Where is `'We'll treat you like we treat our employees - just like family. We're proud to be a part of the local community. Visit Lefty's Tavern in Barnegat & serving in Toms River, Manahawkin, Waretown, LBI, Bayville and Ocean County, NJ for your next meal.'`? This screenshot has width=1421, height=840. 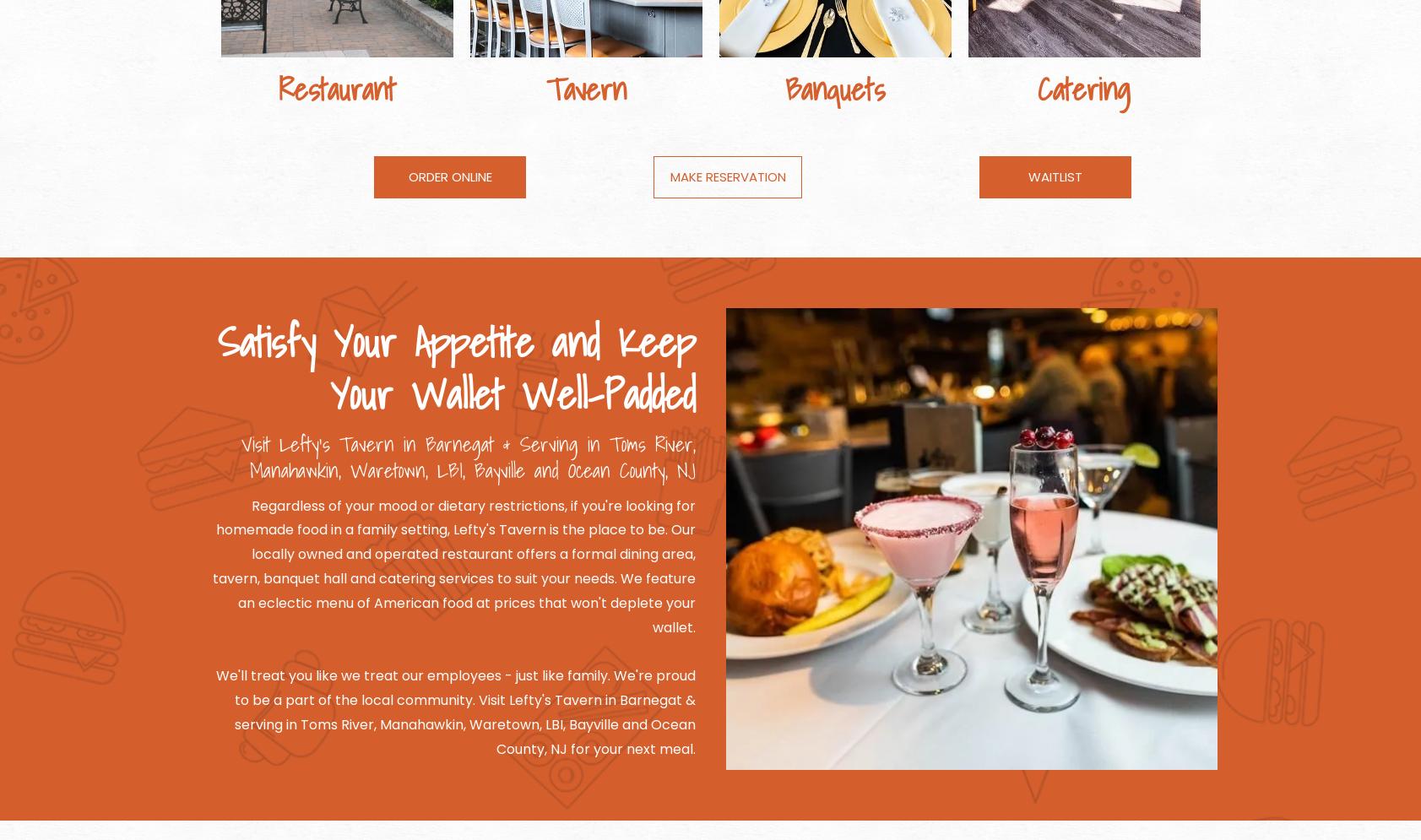 'We'll treat you like we treat our employees - just like family. We're proud to be a part of the local community. Visit Lefty's Tavern in Barnegat & serving in Toms River, Manahawkin, Waretown, LBI, Bayville and Ocean County, NJ for your next meal.' is located at coordinates (455, 712).